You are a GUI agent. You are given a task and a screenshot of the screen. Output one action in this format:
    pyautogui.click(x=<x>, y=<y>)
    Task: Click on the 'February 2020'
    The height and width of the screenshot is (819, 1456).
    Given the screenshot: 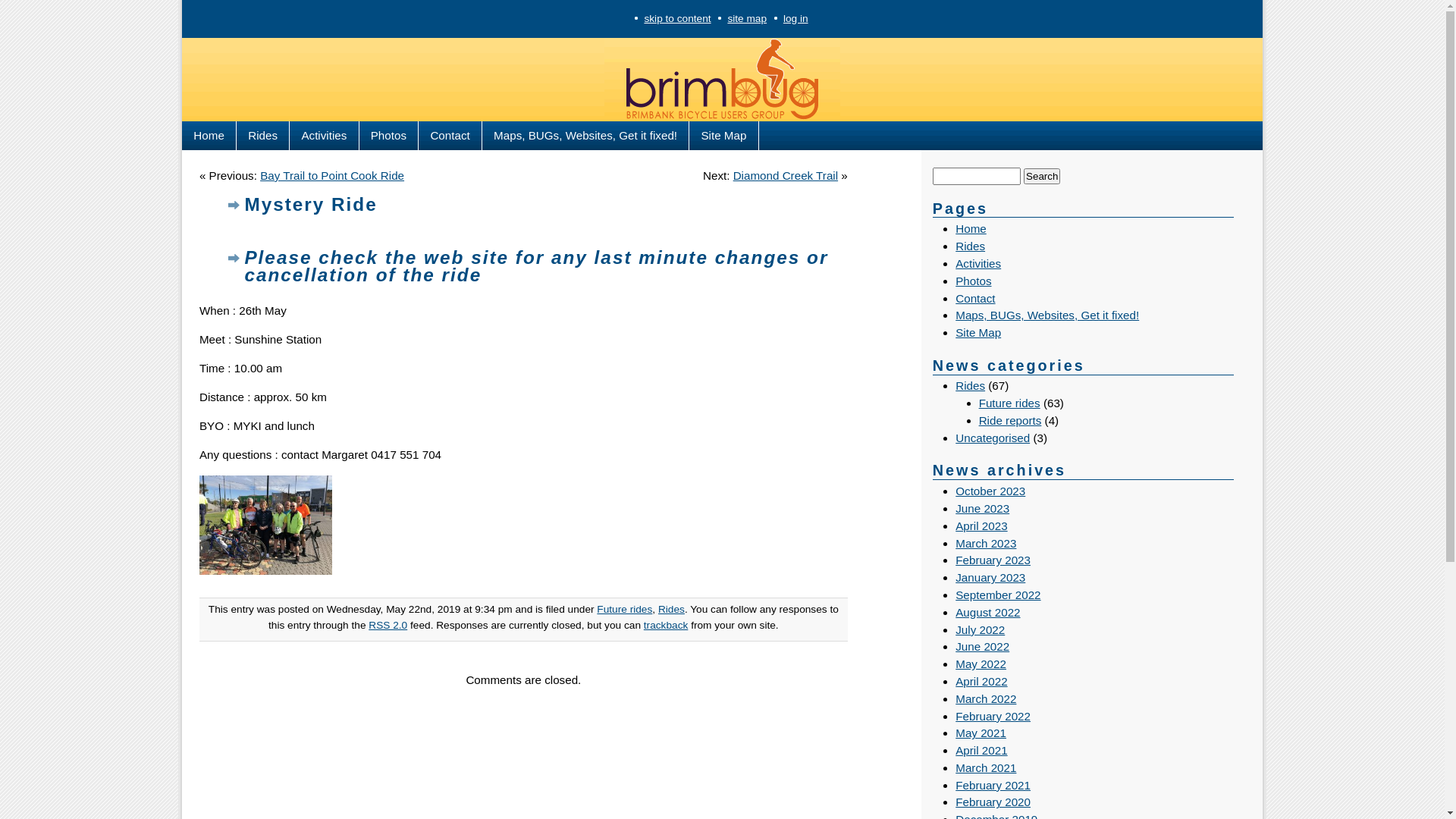 What is the action you would take?
    pyautogui.click(x=993, y=801)
    